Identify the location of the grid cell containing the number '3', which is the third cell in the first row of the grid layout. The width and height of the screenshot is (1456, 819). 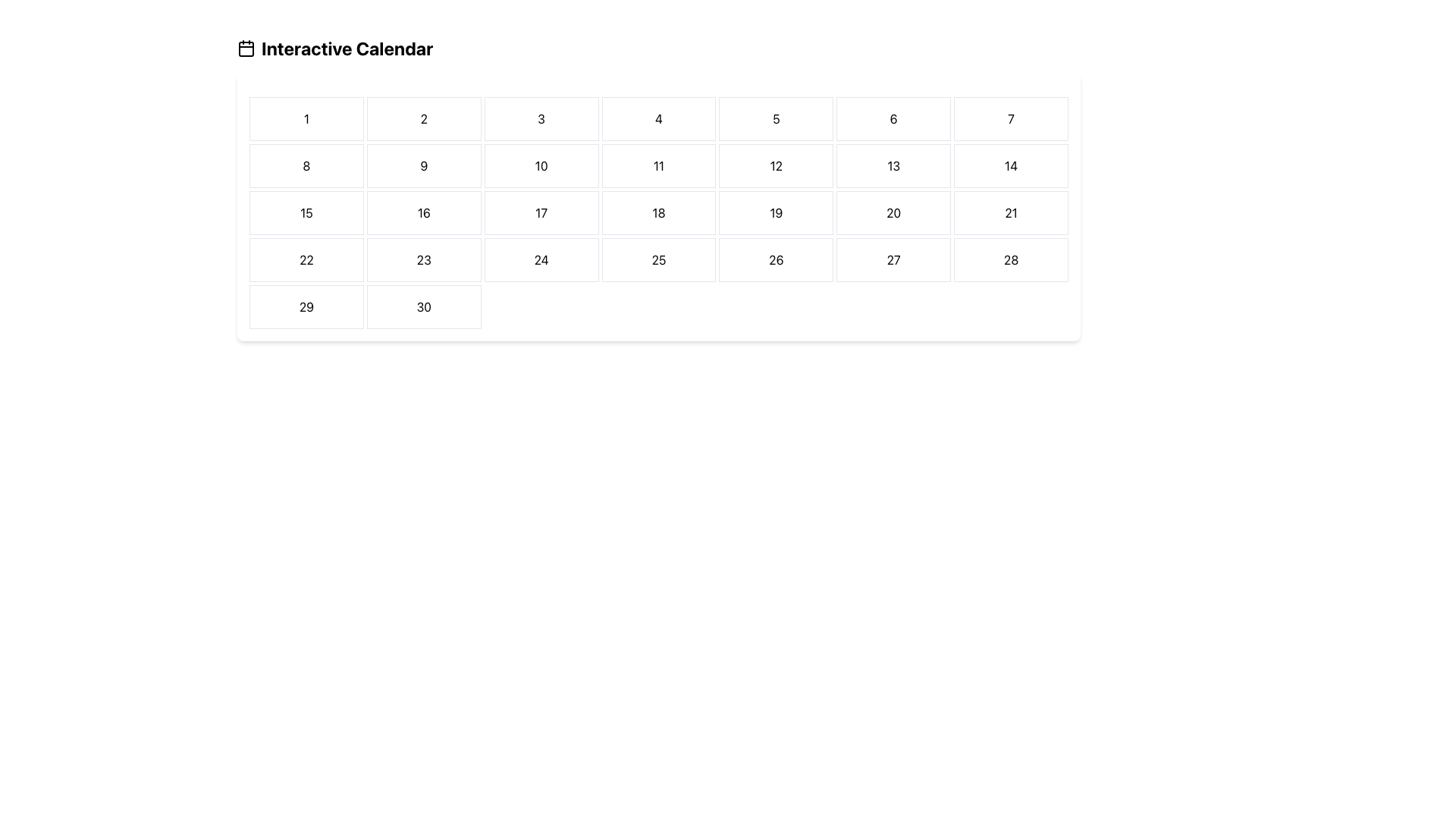
(541, 118).